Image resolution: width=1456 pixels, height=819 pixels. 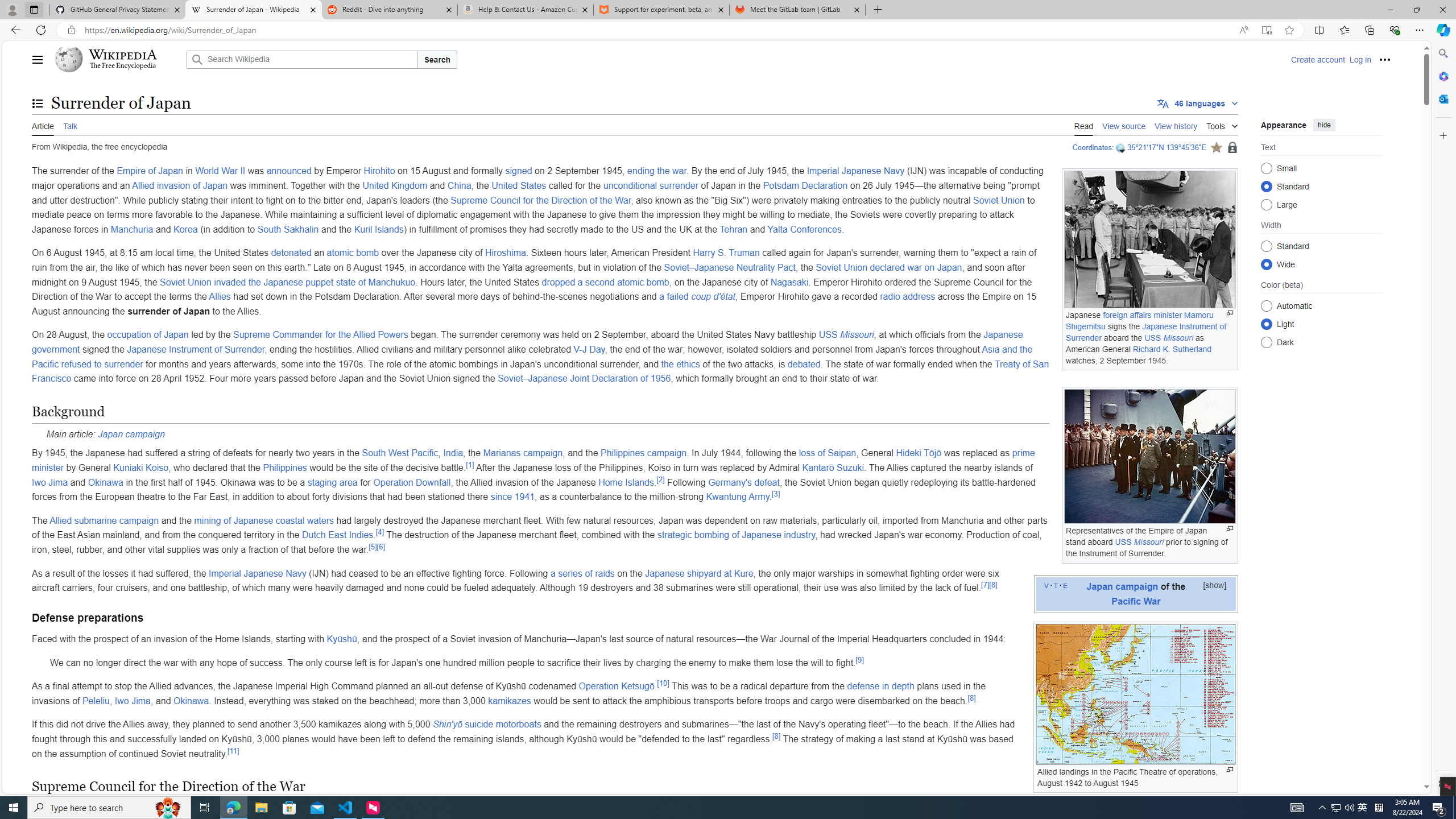 I want to click on '[show]', so click(x=1214, y=584).